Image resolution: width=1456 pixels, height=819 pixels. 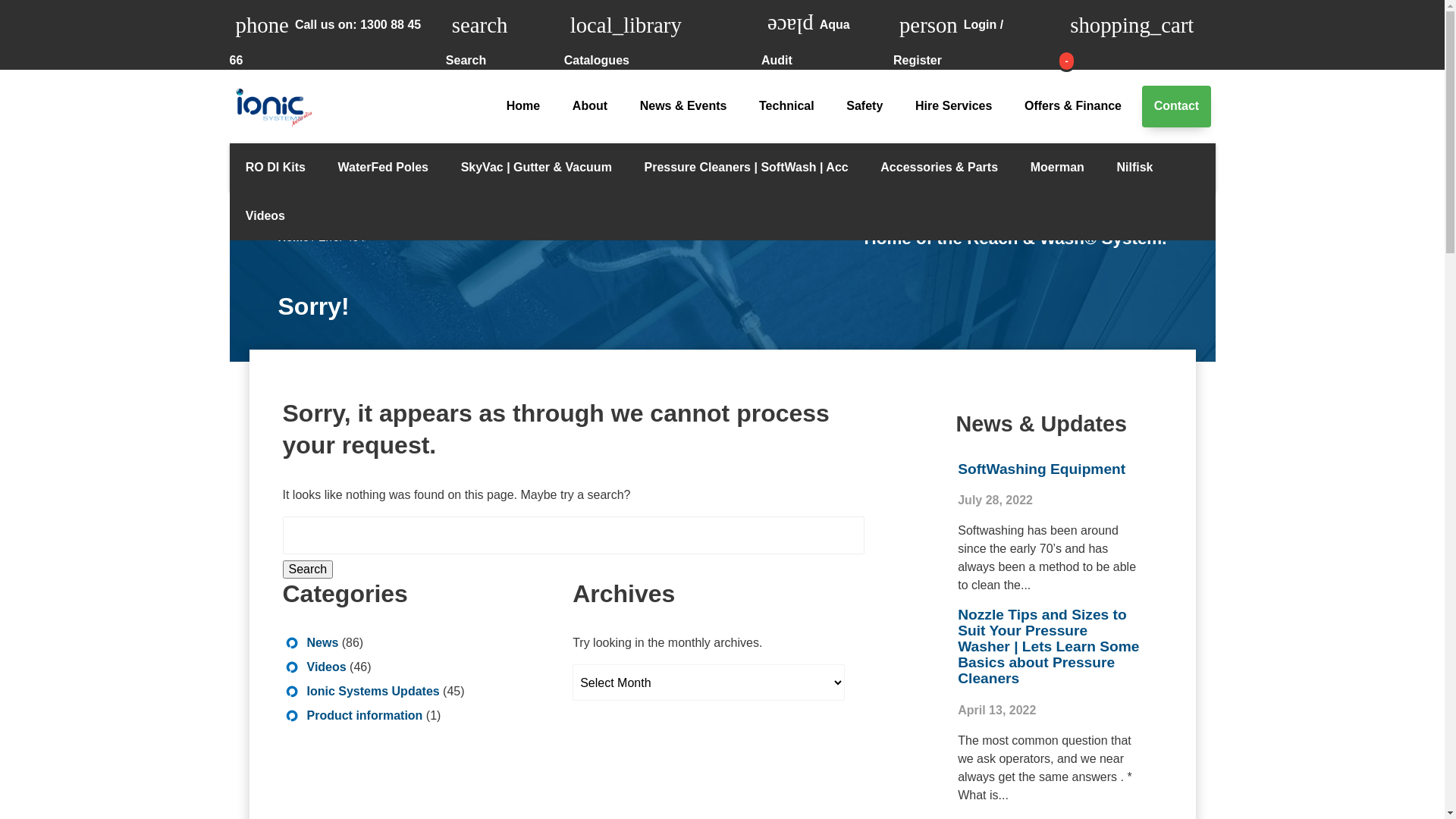 What do you see at coordinates (864, 105) in the screenshot?
I see `'Safety'` at bounding box center [864, 105].